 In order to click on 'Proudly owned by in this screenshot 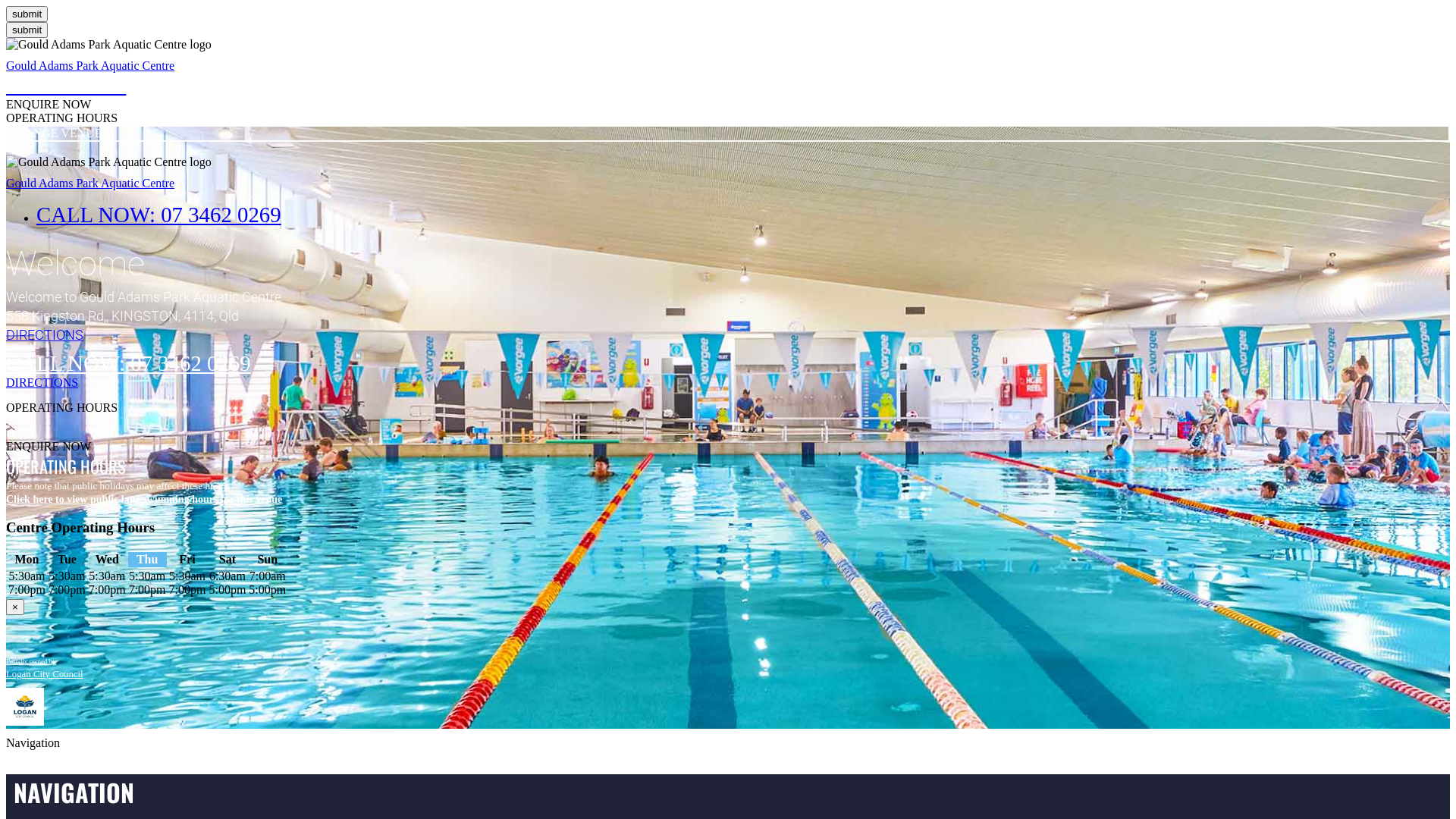, I will do `click(44, 666)`.